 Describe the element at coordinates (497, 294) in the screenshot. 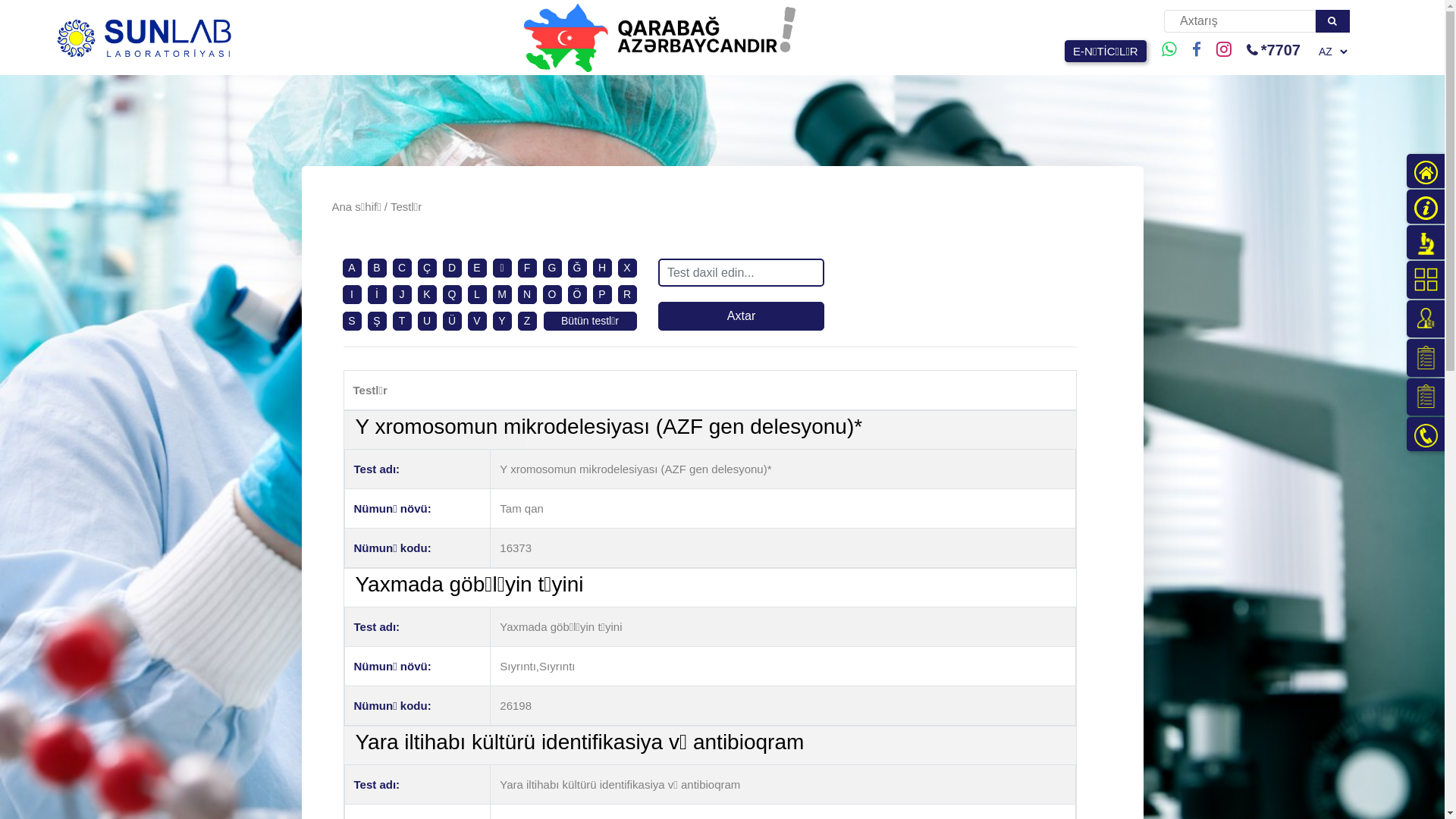

I see `'M'` at that location.